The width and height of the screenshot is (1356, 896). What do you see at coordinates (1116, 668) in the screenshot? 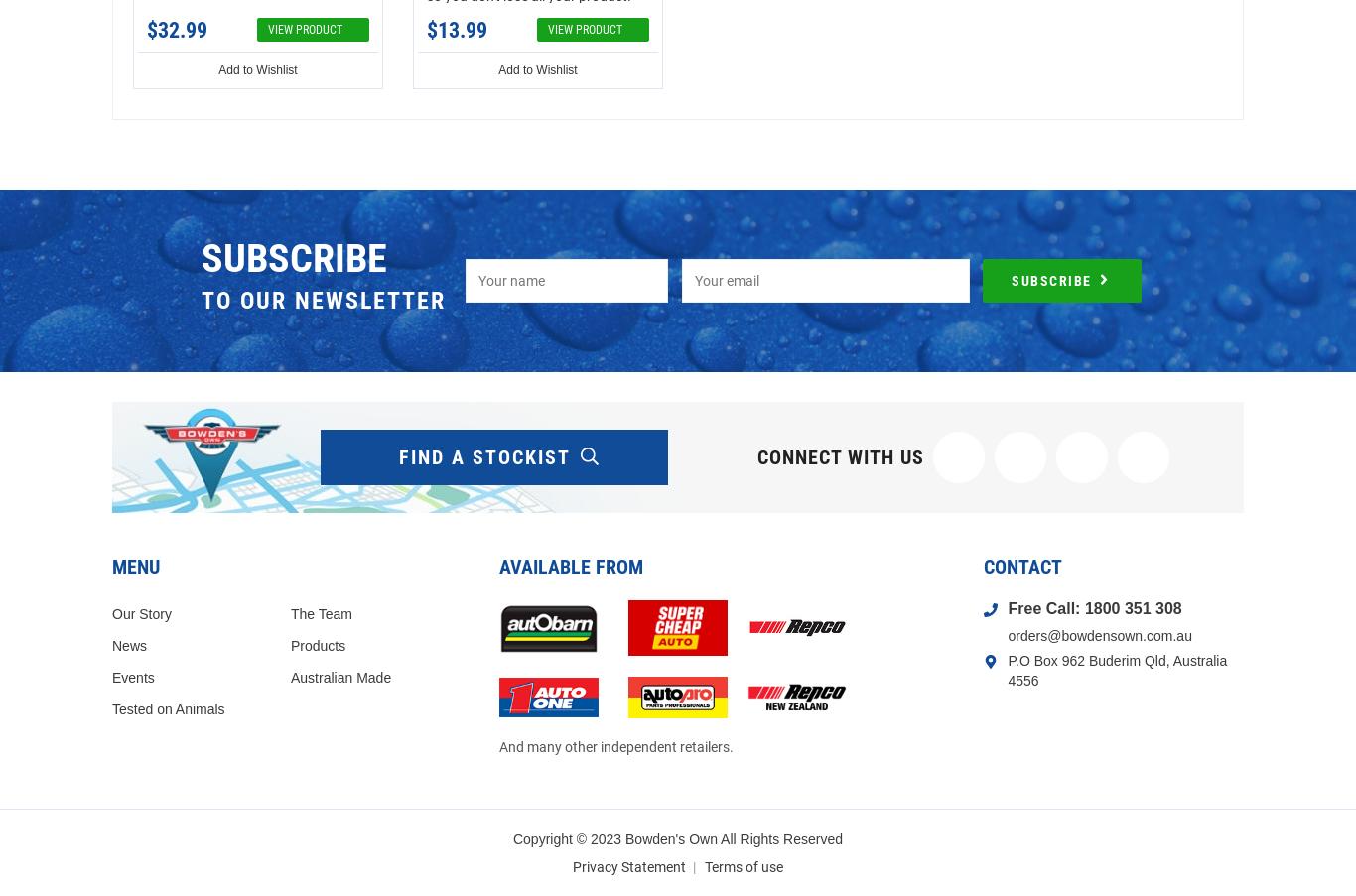
I see `'P.O Box 962 Buderim Qld, Australia 4556'` at bounding box center [1116, 668].